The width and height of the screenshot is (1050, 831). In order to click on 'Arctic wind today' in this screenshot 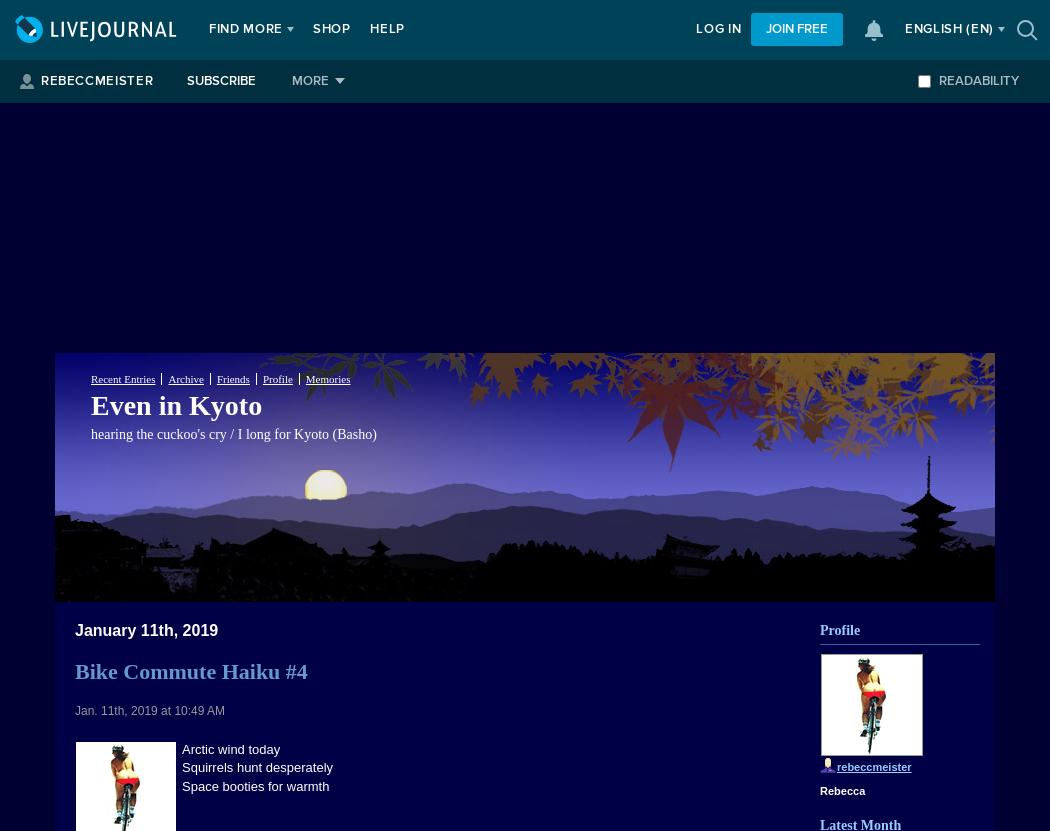, I will do `click(231, 749)`.